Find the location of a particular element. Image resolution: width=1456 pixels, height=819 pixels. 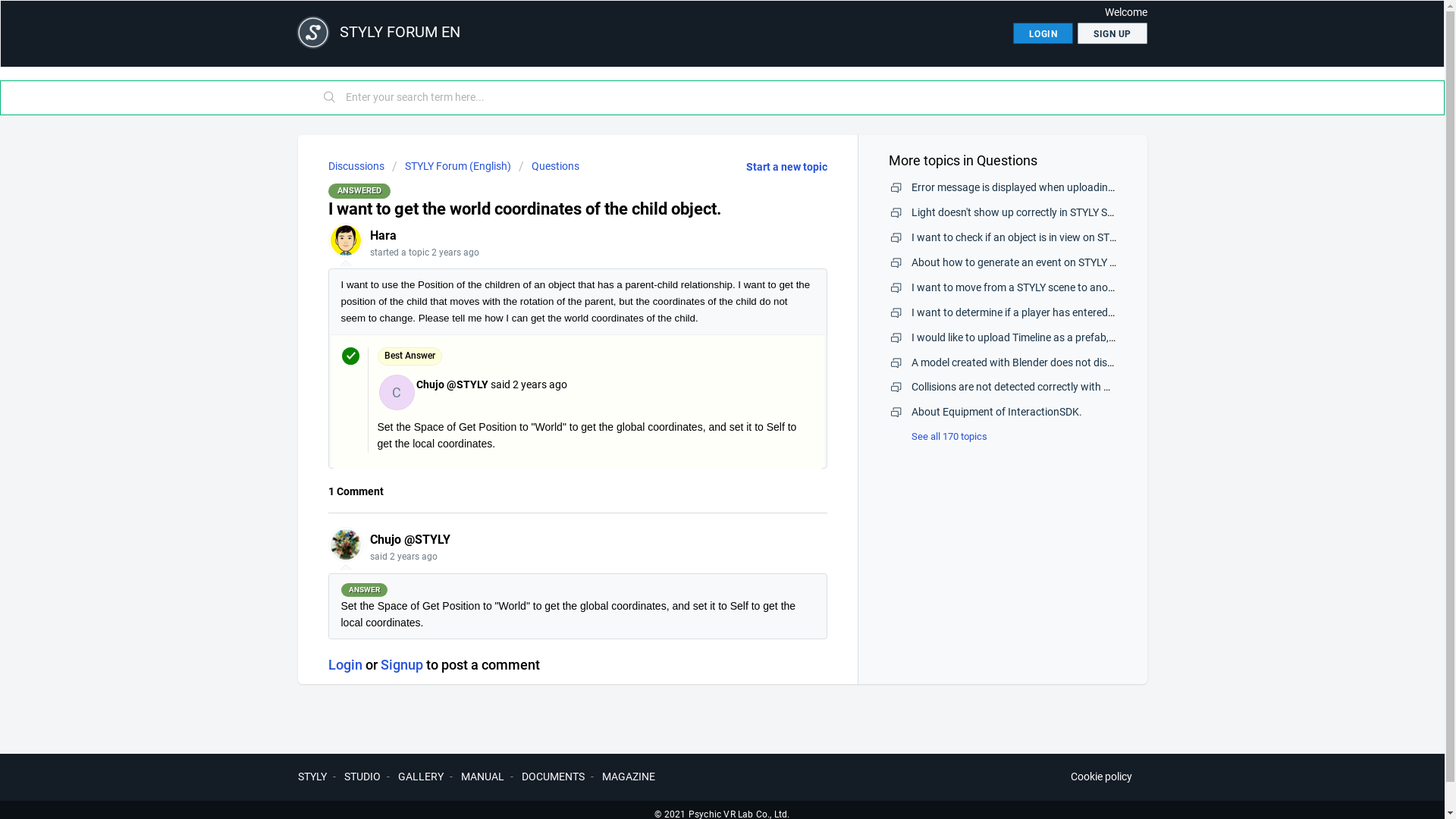

'Questions' is located at coordinates (548, 166).